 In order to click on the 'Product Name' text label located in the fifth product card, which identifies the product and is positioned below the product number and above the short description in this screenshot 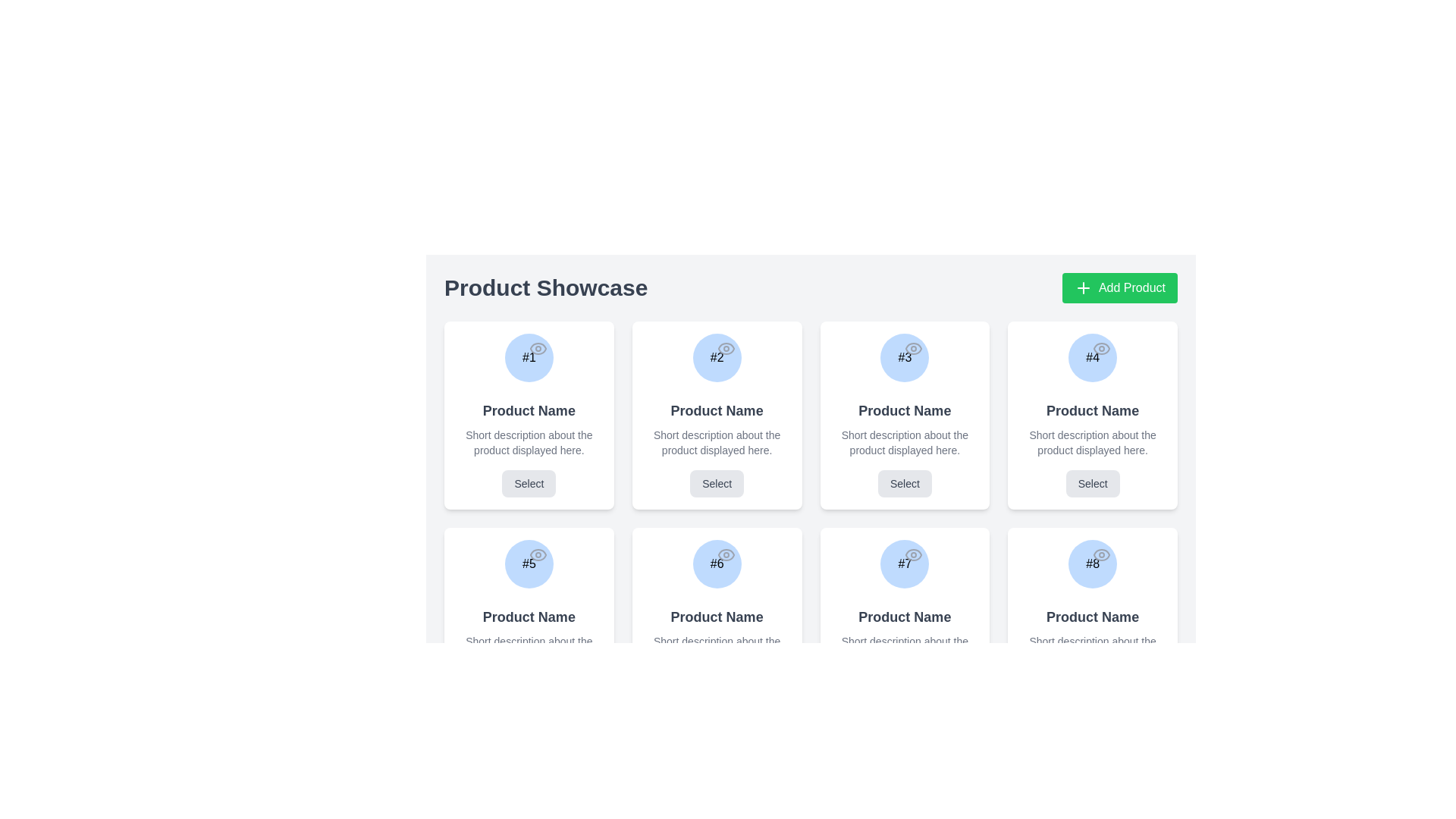, I will do `click(529, 617)`.